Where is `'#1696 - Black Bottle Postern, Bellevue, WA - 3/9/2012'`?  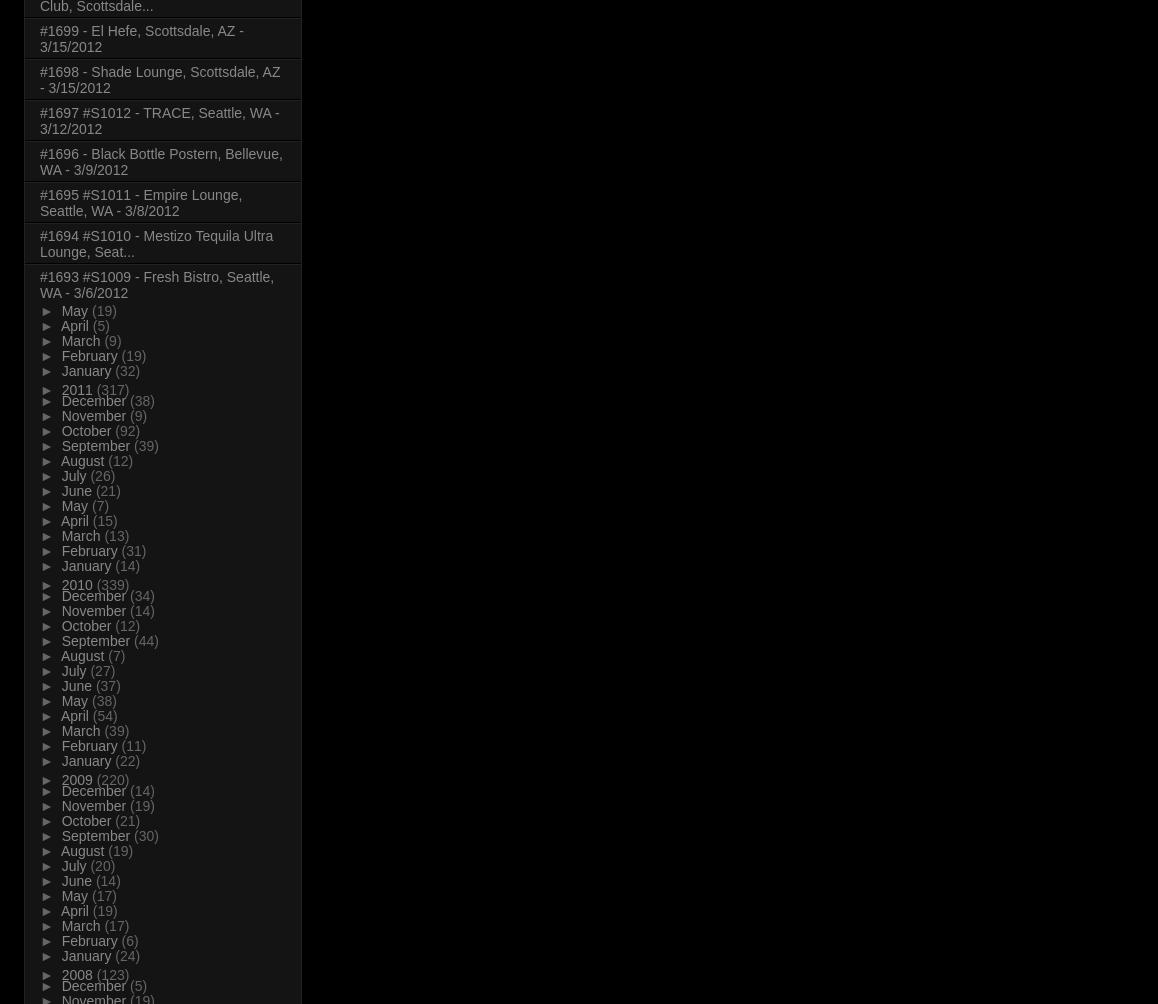
'#1696 - Black Bottle Postern, Bellevue, WA - 3/9/2012' is located at coordinates (38, 160).